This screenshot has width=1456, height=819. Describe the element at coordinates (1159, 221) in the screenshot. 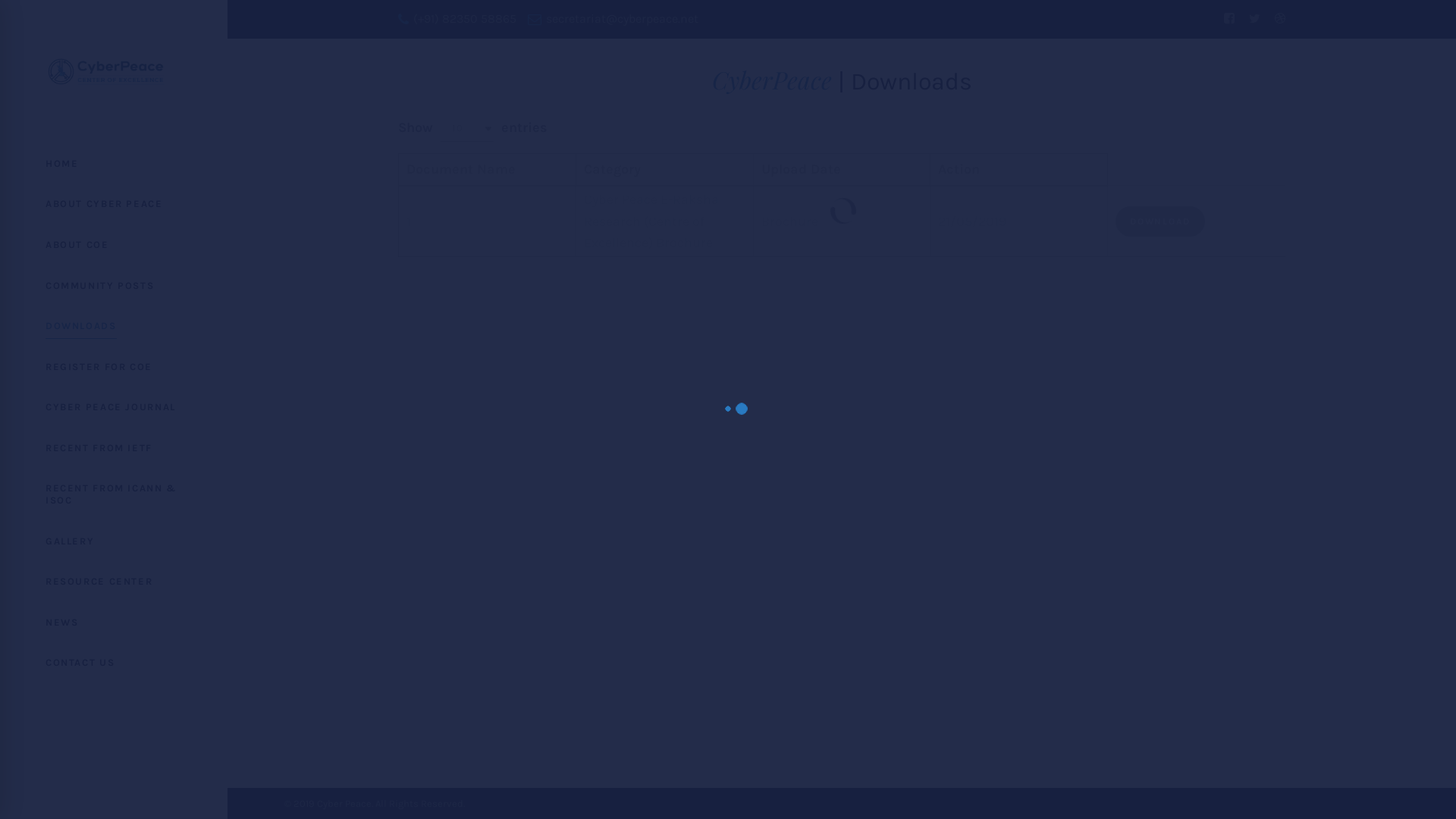

I see `'DOWNLOAD'` at that location.